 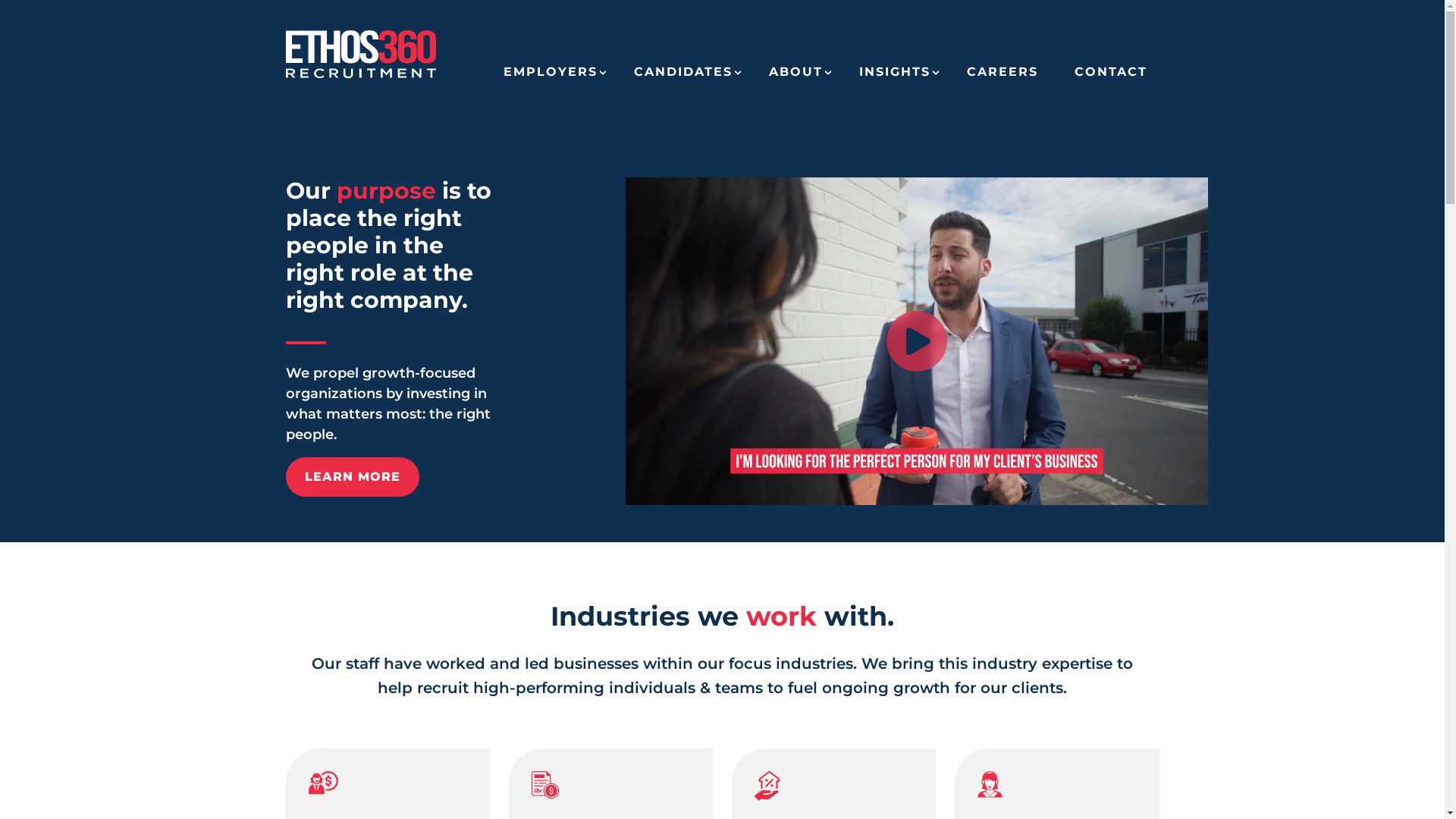 I want to click on 'ABOUT', so click(x=795, y=77).